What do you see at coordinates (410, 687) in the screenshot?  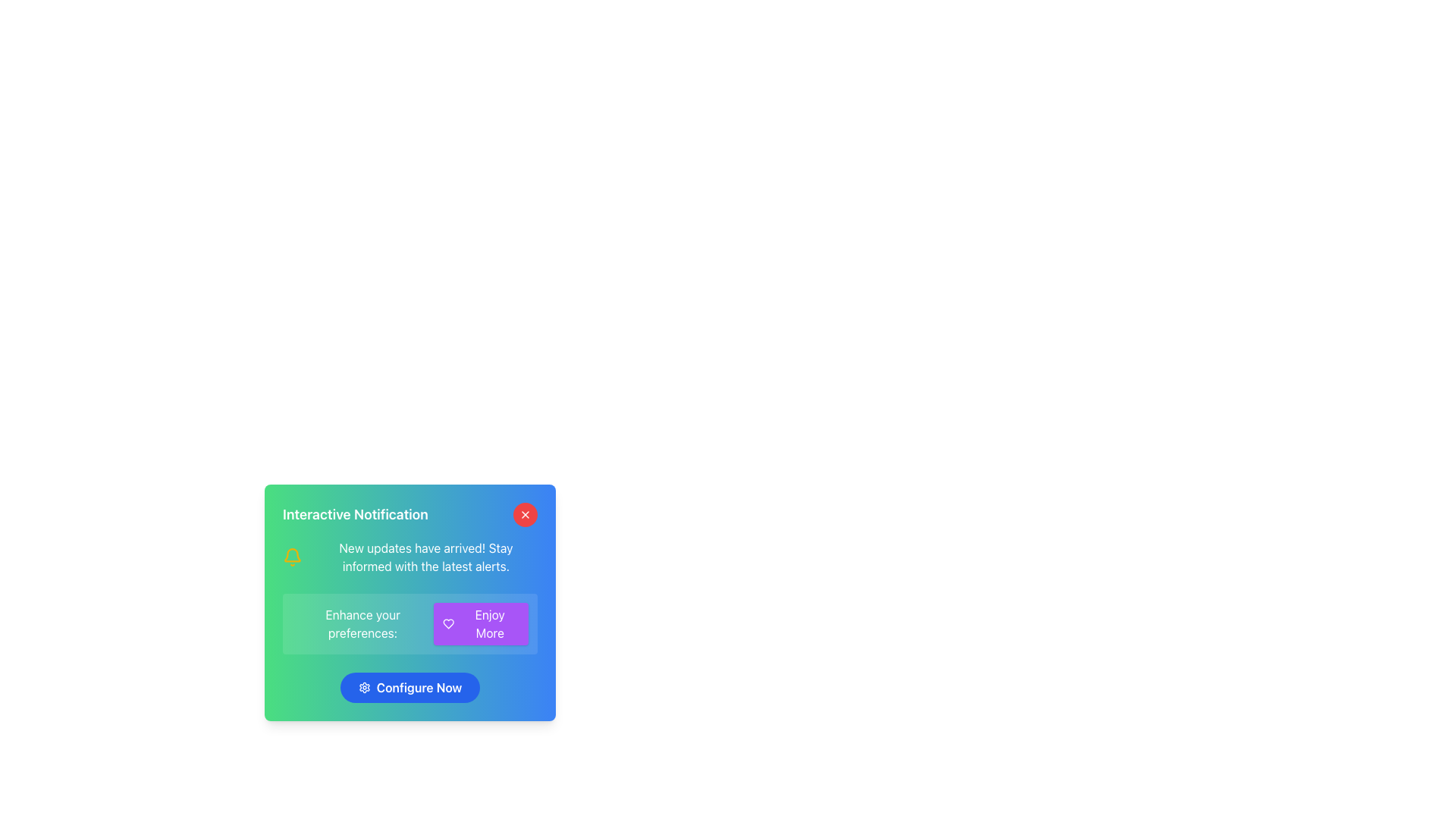 I see `the 'Configure Now' button, which is a rounded rectangular button with a bright blue background and white text, located at the bottom of a card-like notification` at bounding box center [410, 687].